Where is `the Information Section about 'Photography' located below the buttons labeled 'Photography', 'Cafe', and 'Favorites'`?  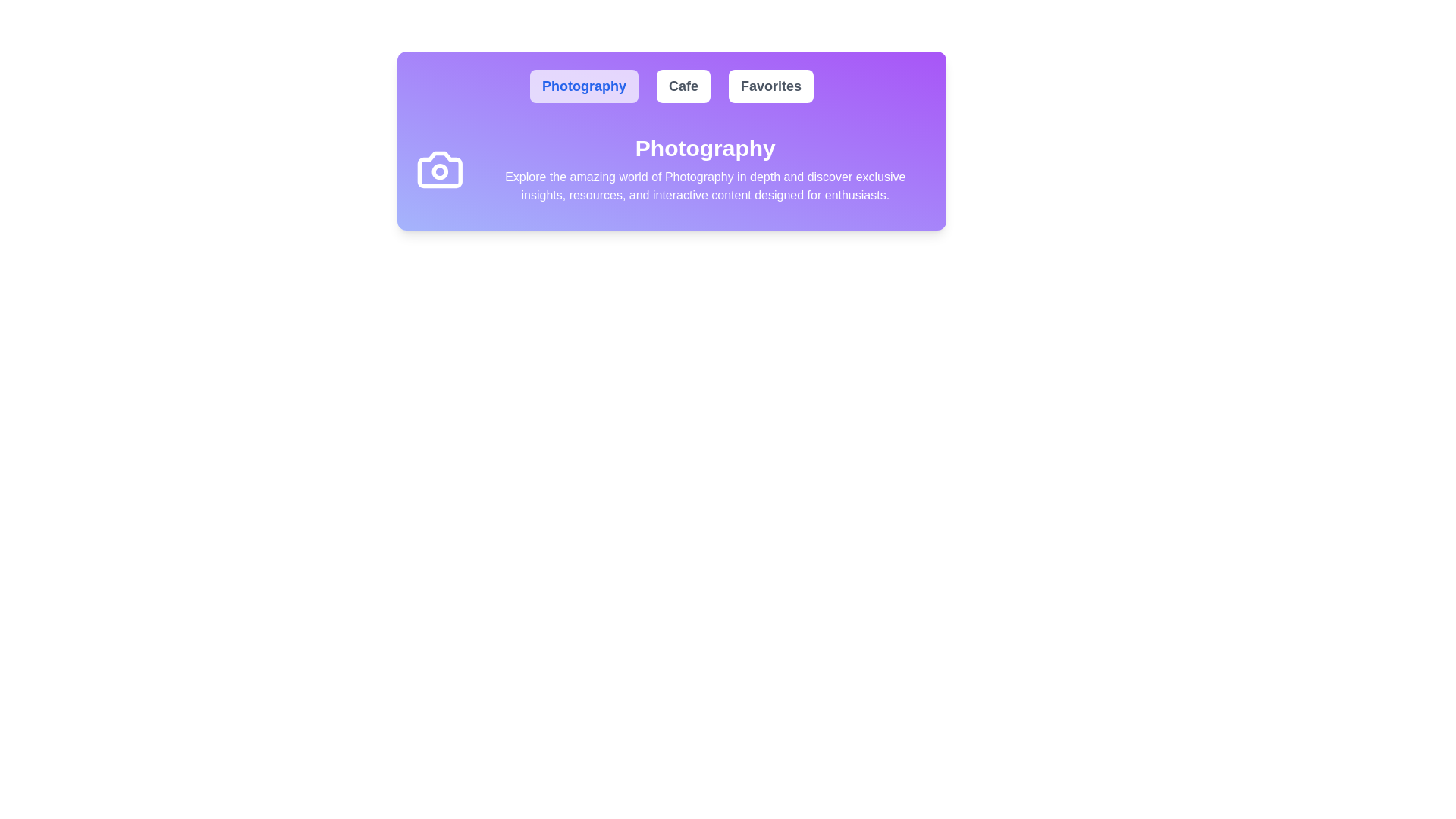 the Information Section about 'Photography' located below the buttons labeled 'Photography', 'Cafe', and 'Favorites' is located at coordinates (671, 169).